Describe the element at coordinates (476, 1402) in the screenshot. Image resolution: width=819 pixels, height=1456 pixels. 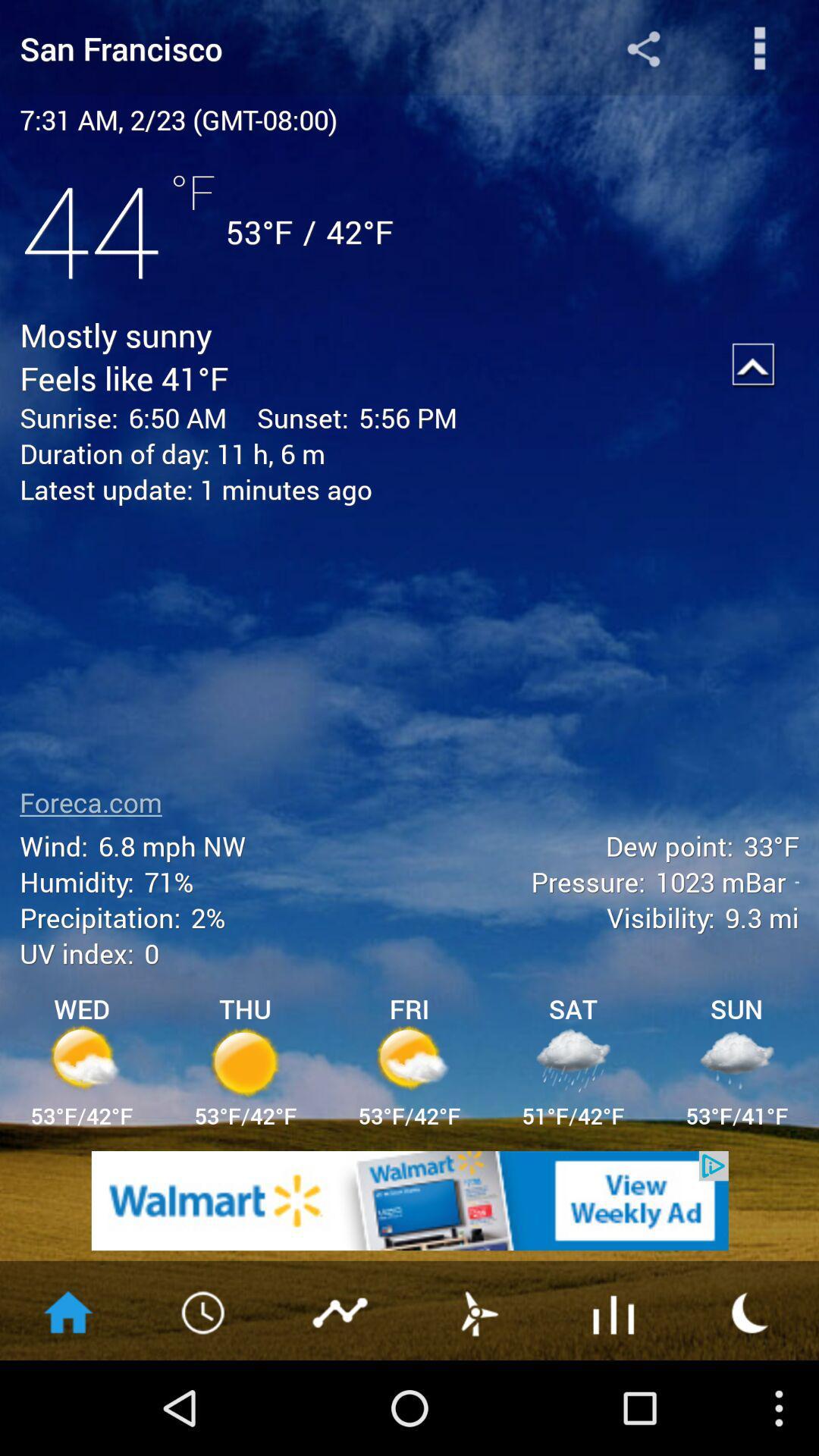
I see `the weather icon` at that location.